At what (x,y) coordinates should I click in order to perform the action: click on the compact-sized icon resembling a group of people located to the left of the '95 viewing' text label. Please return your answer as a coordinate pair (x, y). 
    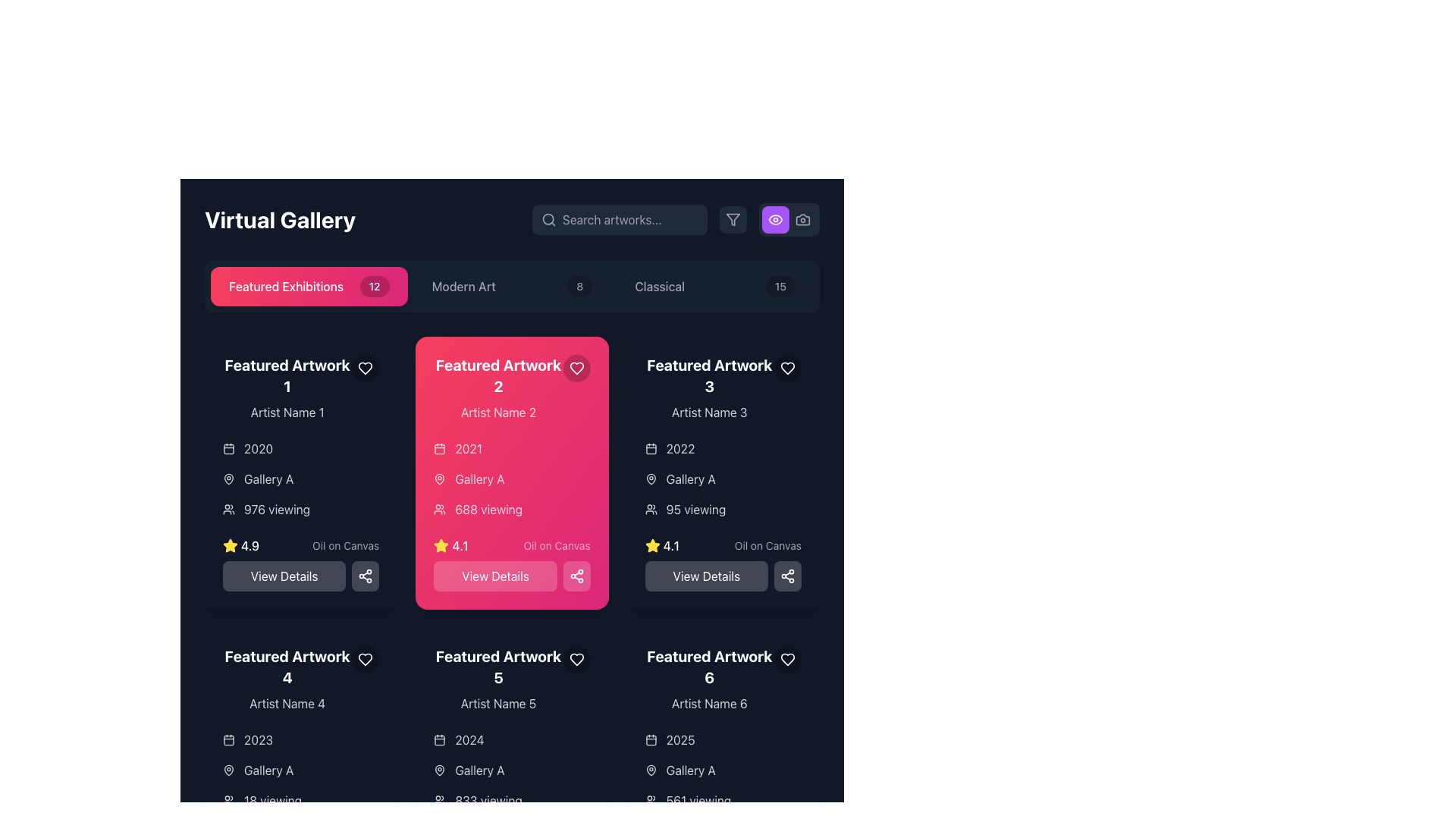
    Looking at the image, I should click on (651, 509).